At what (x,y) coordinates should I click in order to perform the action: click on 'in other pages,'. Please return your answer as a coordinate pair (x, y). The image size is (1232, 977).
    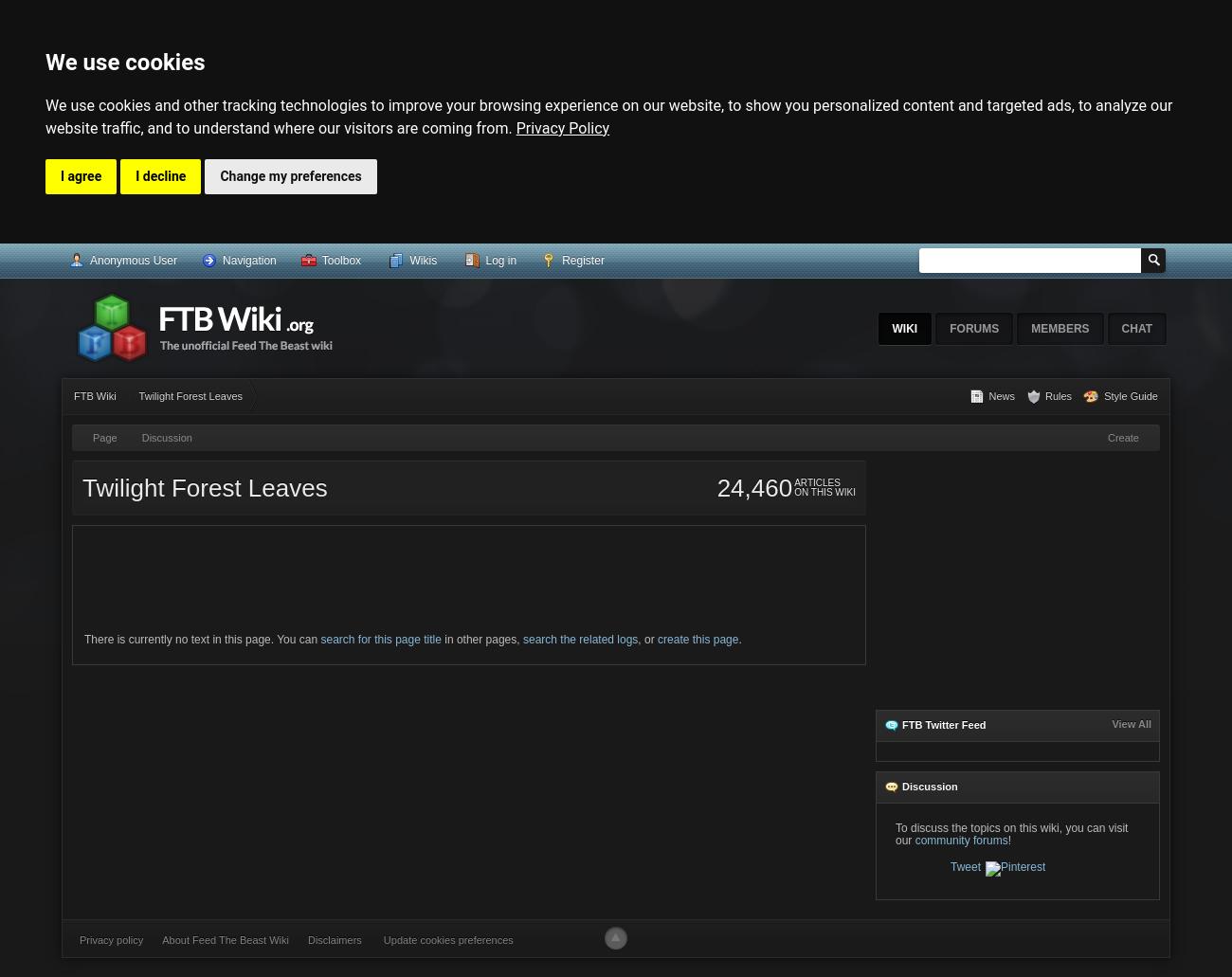
    Looking at the image, I should click on (481, 638).